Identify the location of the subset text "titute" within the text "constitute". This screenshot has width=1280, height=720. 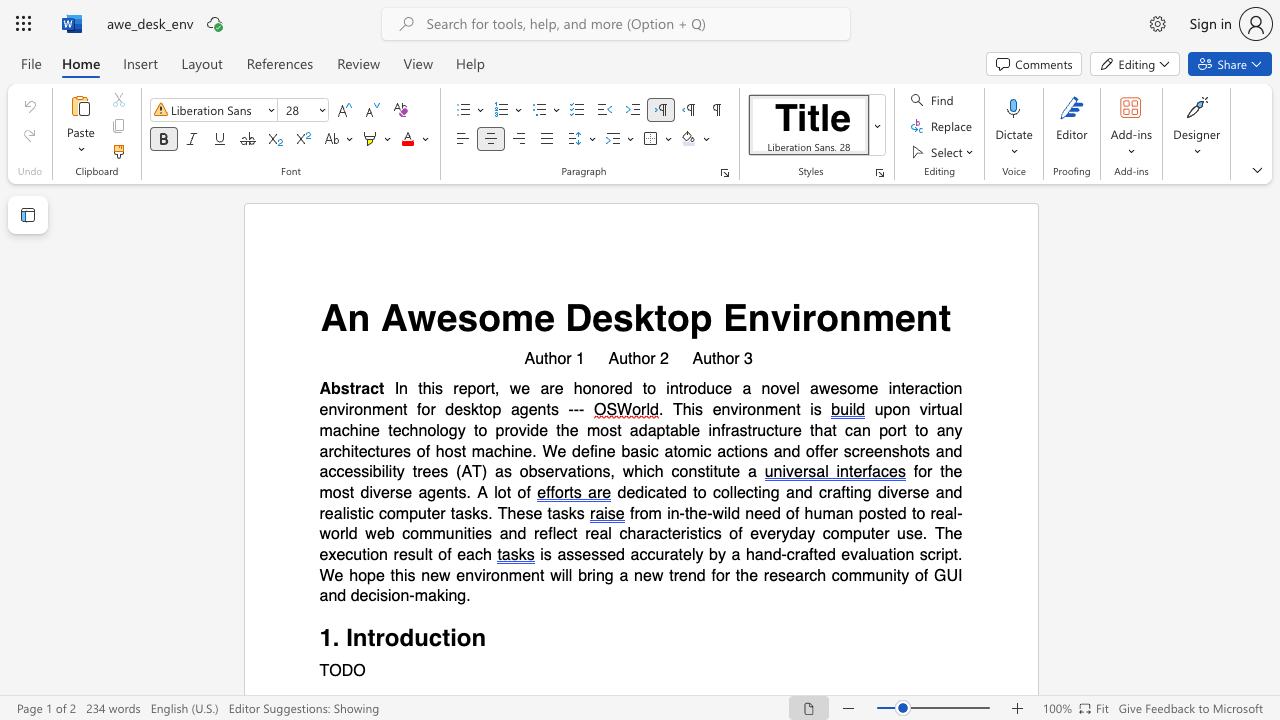
(705, 472).